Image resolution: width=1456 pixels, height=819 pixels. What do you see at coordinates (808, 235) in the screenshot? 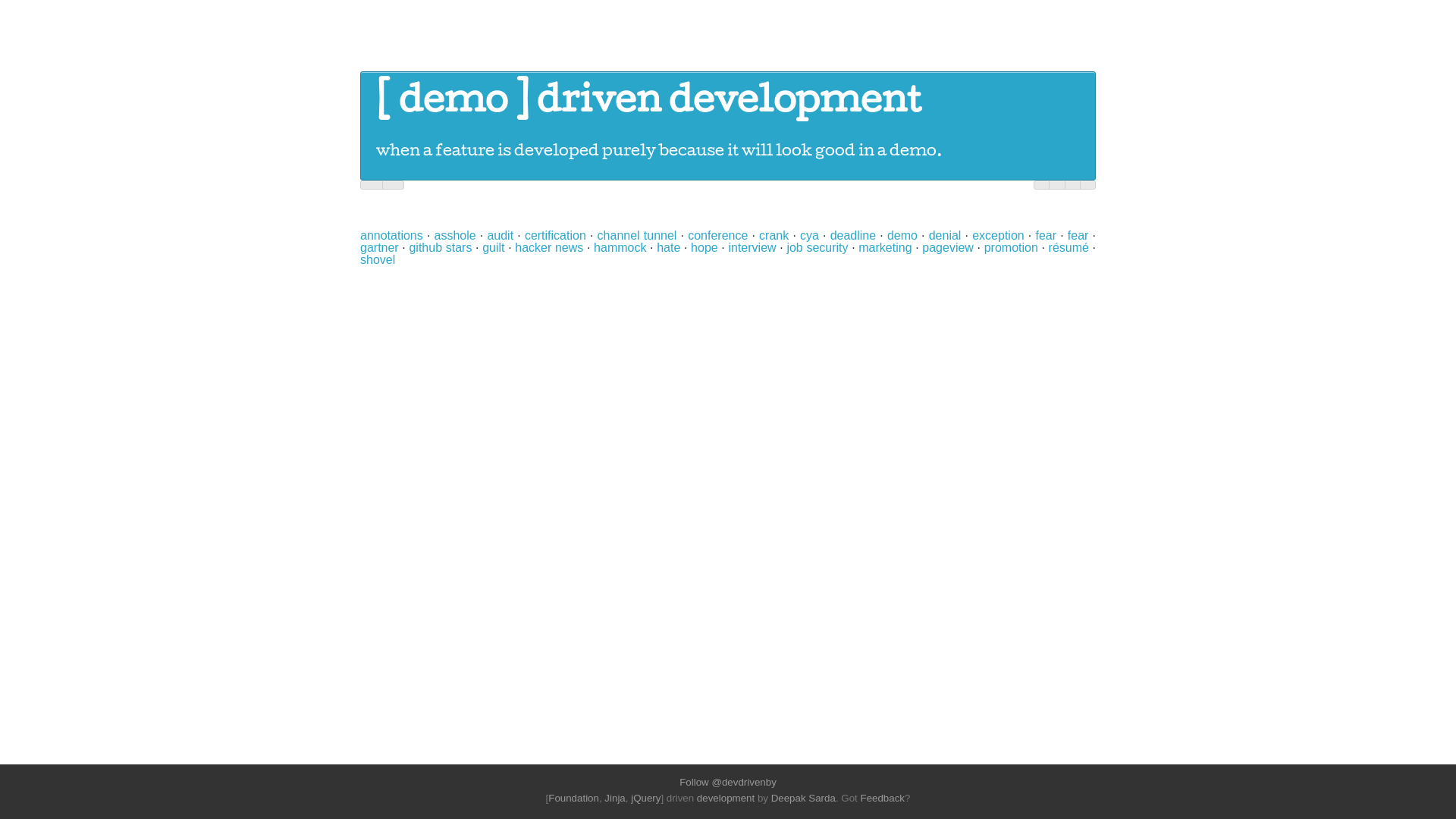
I see `'cya'` at bounding box center [808, 235].